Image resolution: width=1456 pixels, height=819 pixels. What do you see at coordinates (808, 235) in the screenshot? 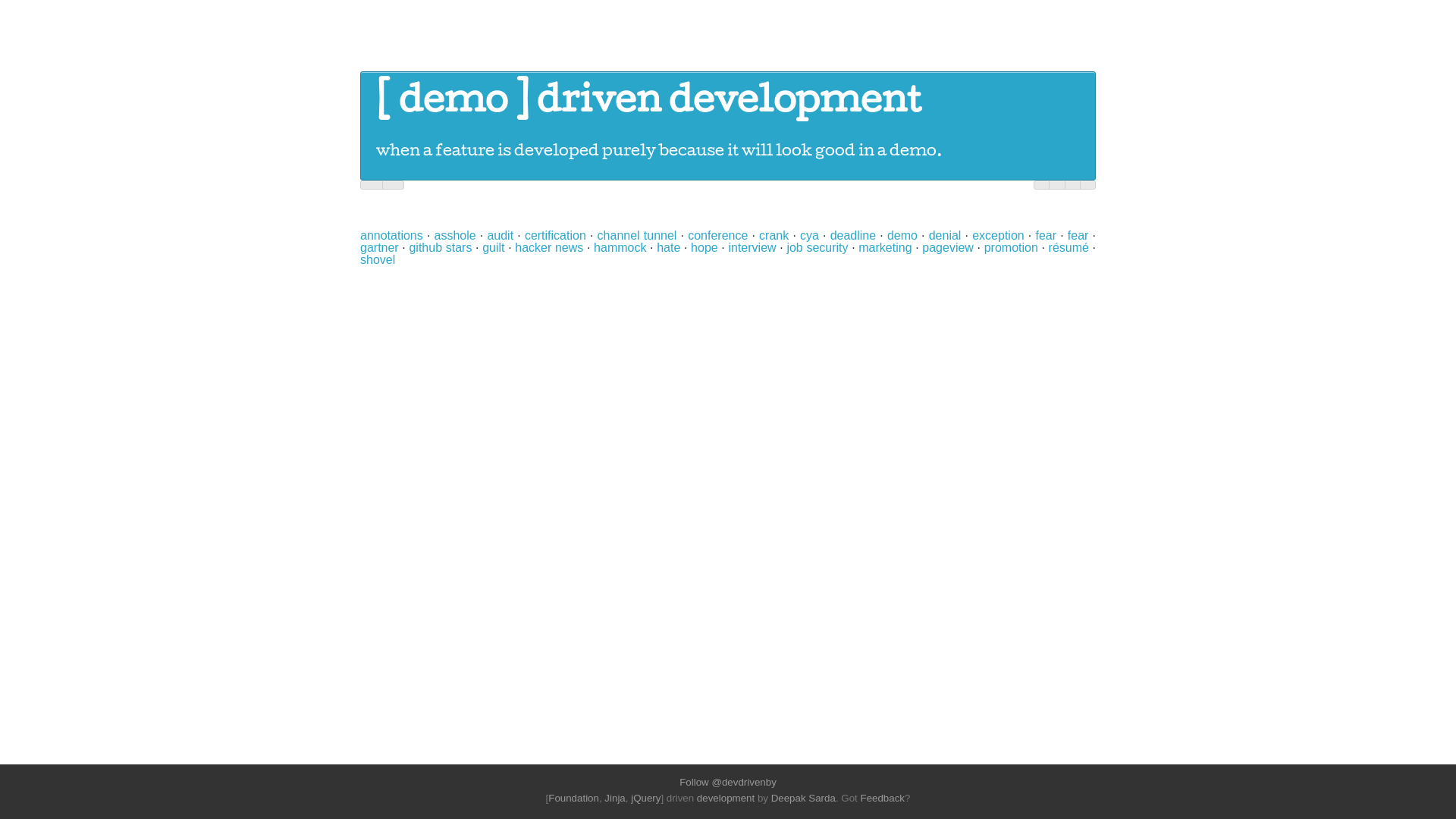
I see `'cya'` at bounding box center [808, 235].